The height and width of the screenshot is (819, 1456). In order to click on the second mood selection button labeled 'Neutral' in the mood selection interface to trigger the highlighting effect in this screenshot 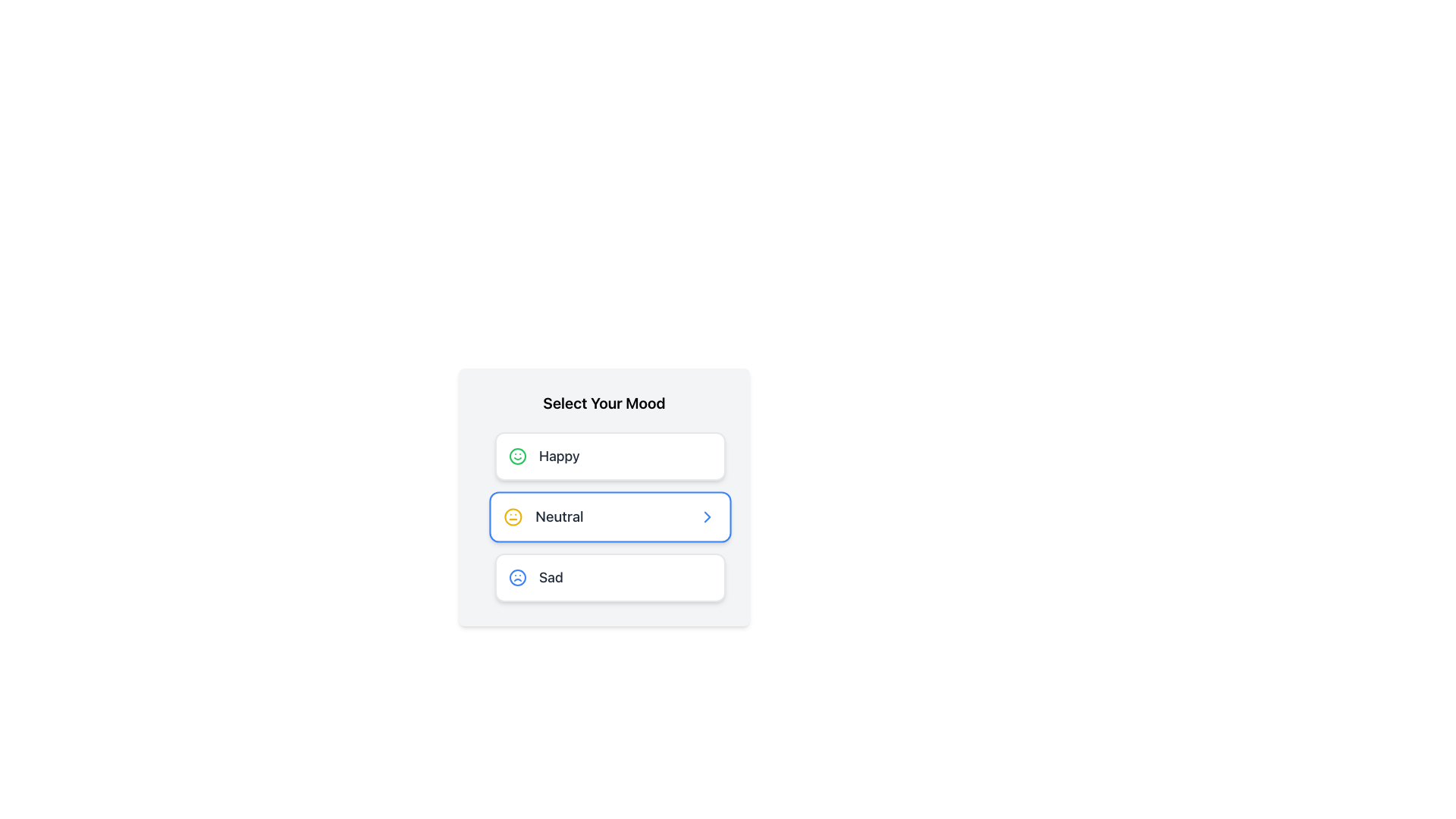, I will do `click(603, 497)`.